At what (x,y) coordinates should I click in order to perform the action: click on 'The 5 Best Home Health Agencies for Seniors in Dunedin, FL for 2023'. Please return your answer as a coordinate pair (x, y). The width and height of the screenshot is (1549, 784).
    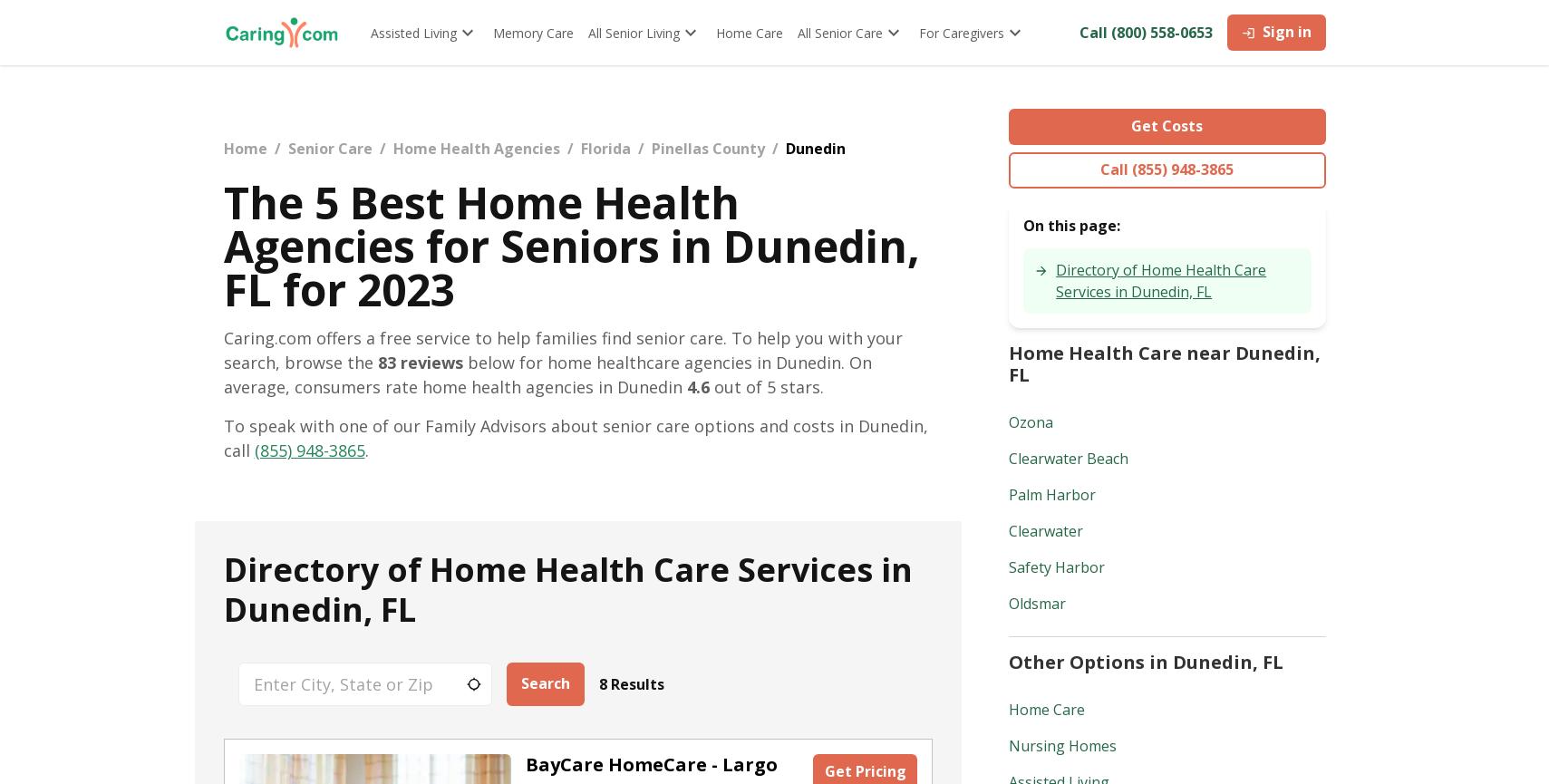
    Looking at the image, I should click on (569, 245).